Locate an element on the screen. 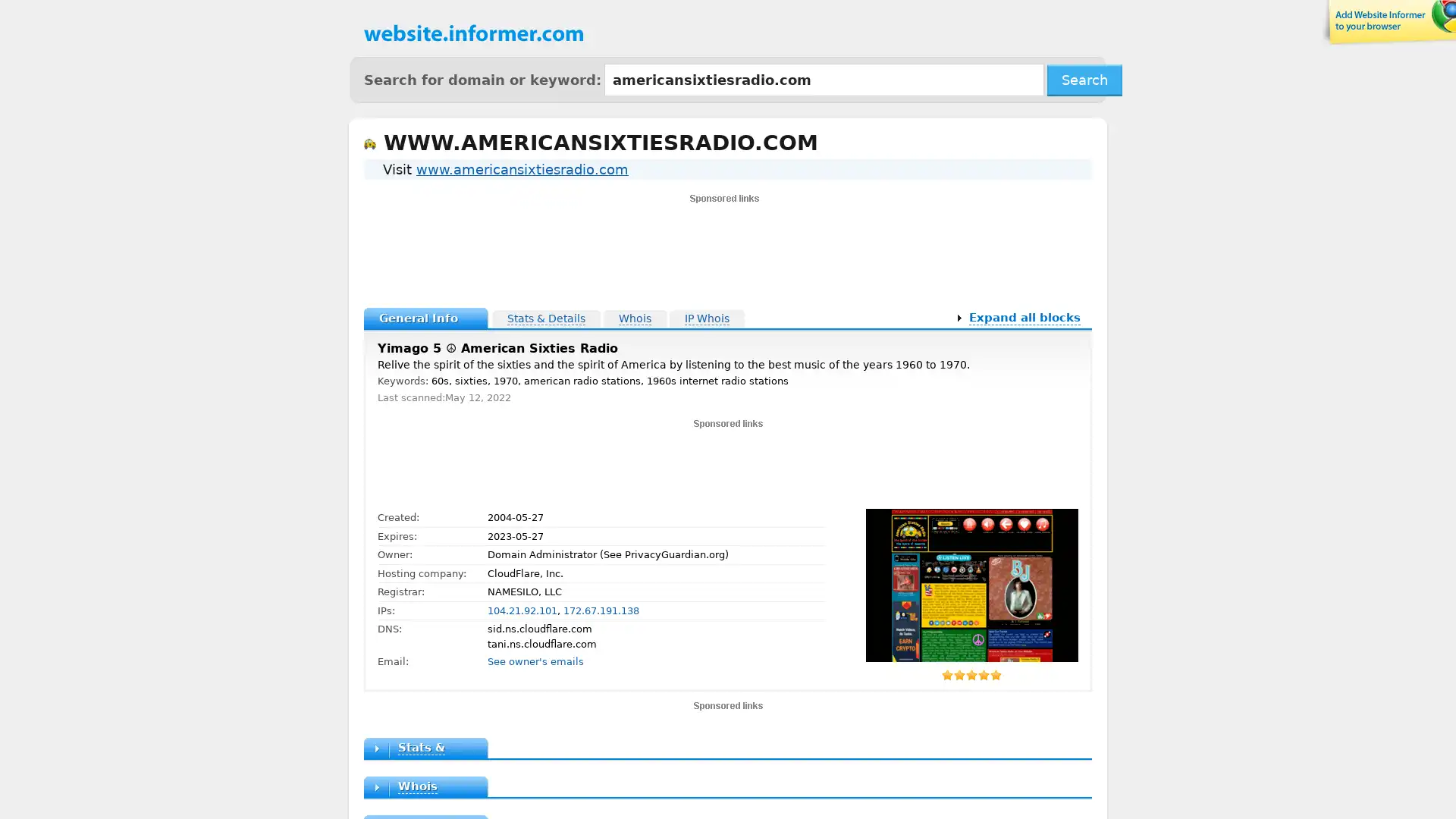 The image size is (1456, 819). Search is located at coordinates (1084, 79).